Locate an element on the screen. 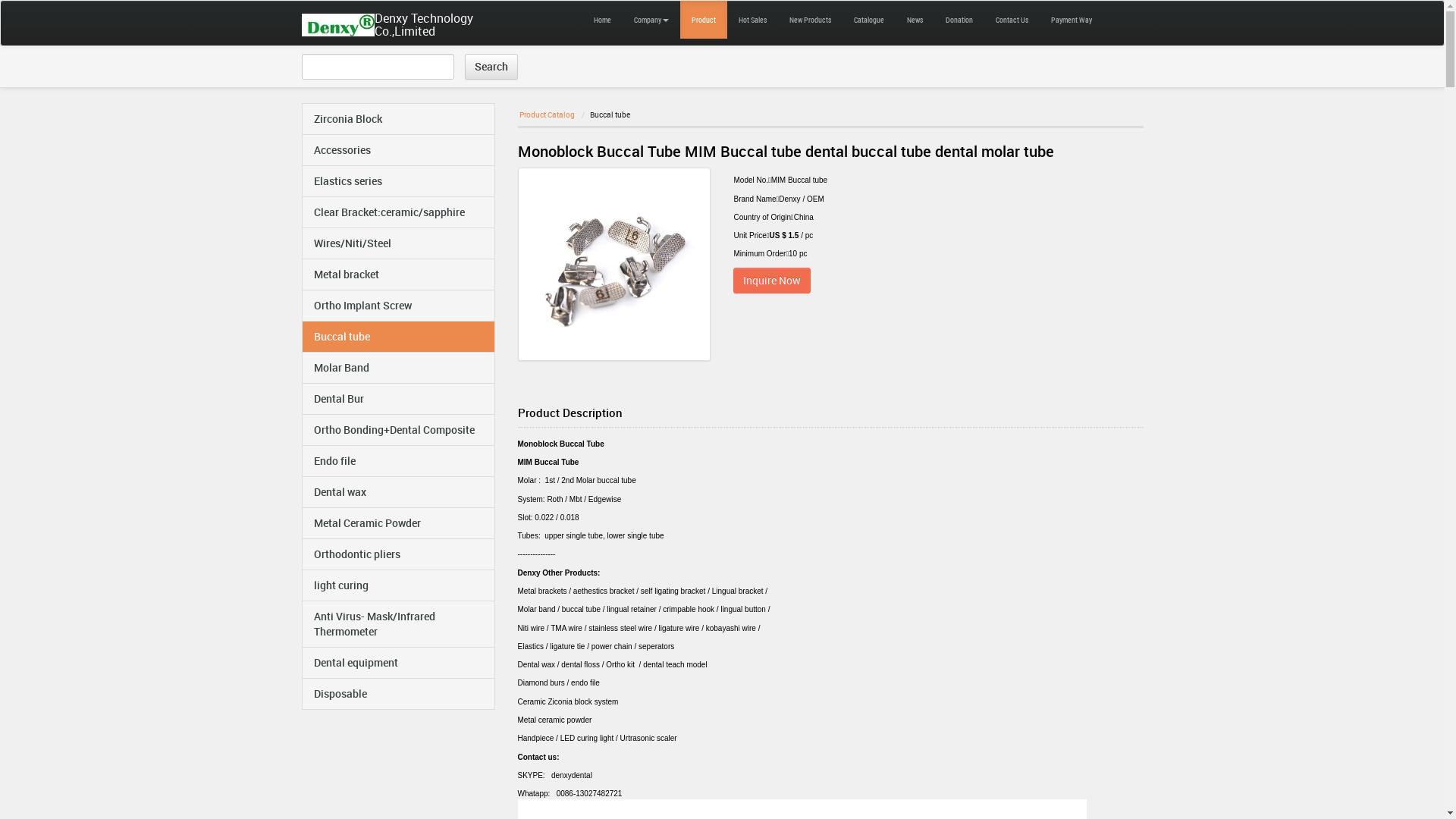 This screenshot has width=1456, height=819. 'Product' is located at coordinates (701, 20).